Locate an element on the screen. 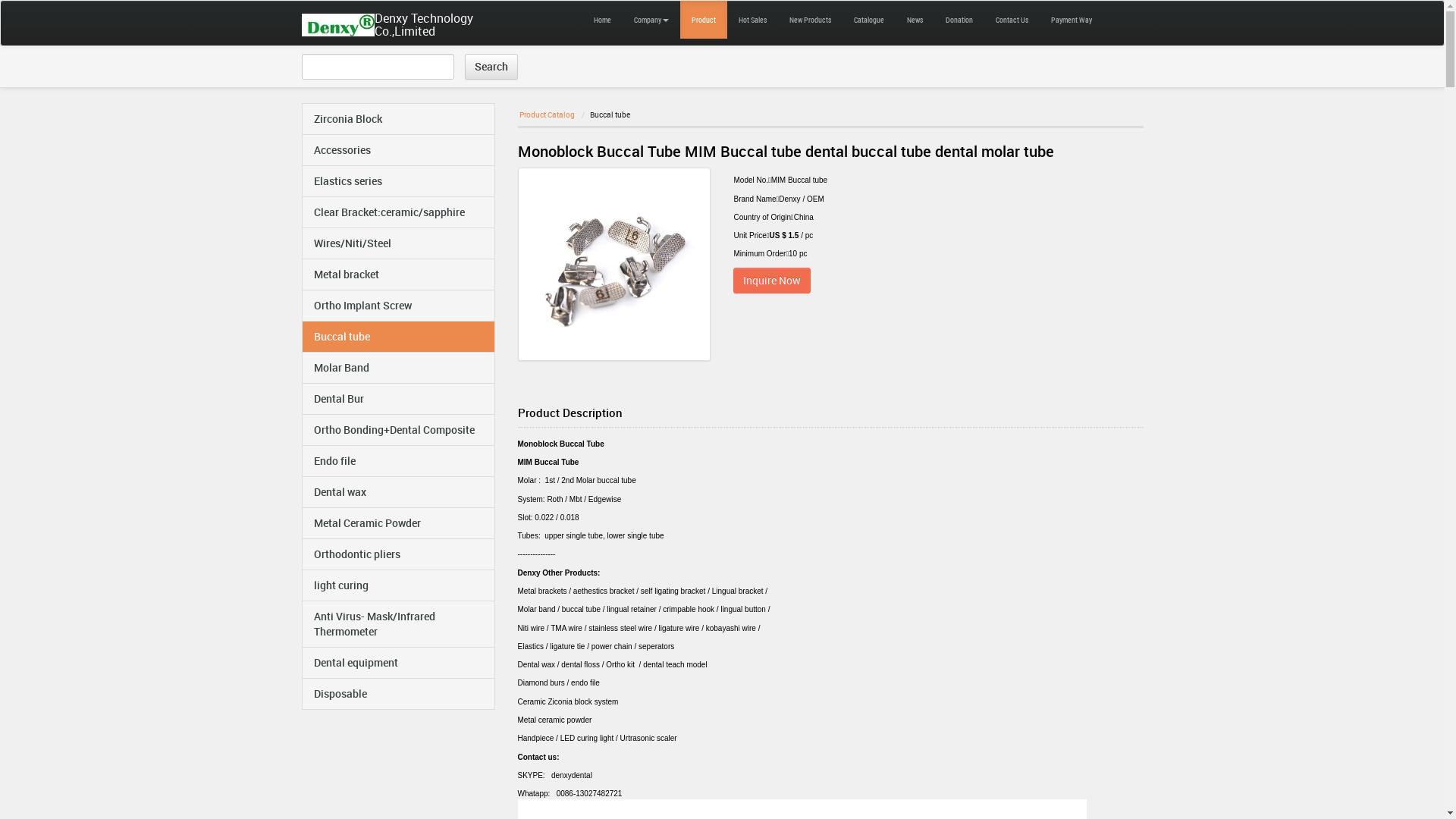 This screenshot has width=1456, height=819. 'Product' is located at coordinates (701, 20).